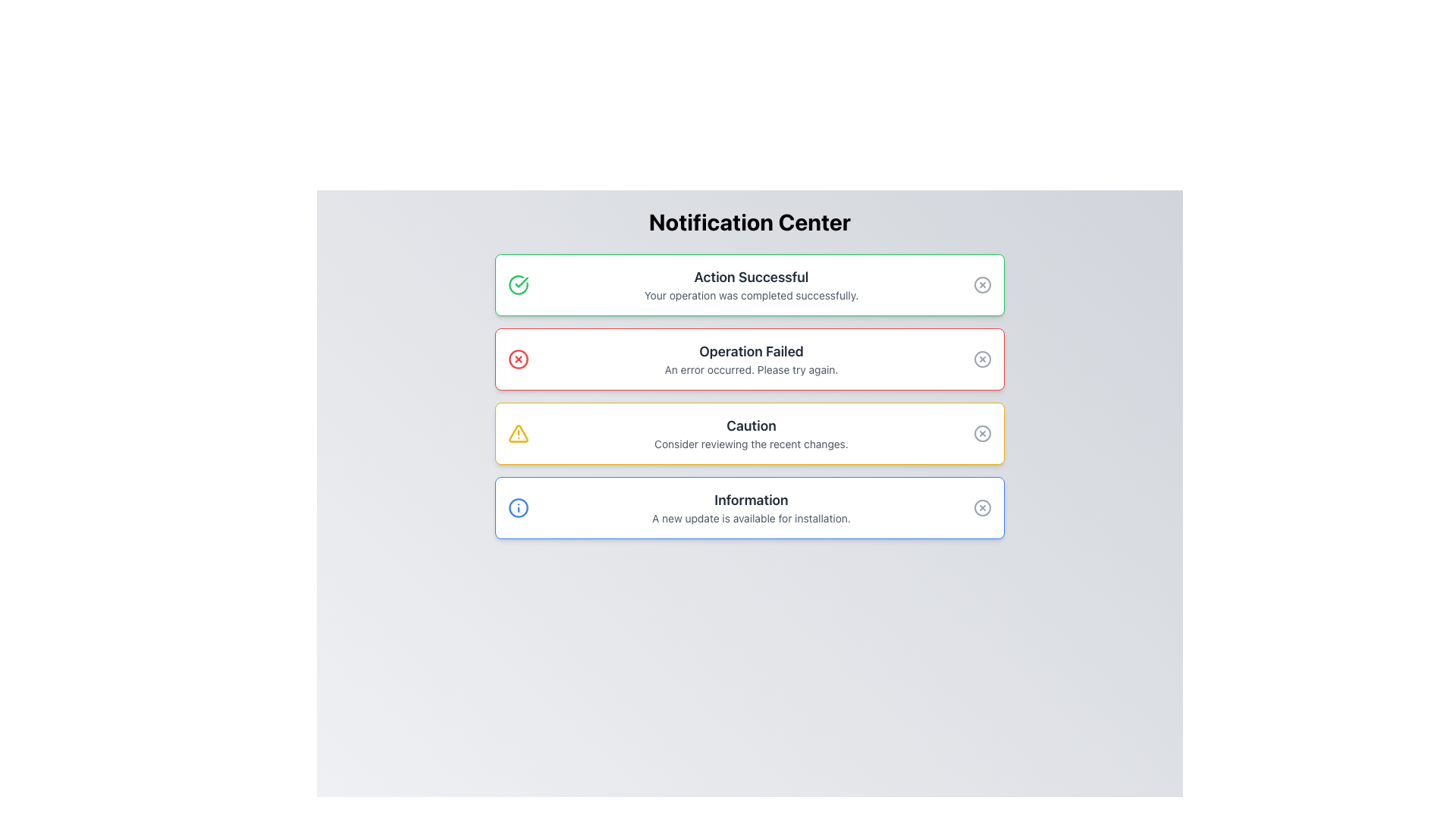 This screenshot has width=1456, height=819. Describe the element at coordinates (519, 508) in the screenshot. I see `the informational icon located at the top-left corner of the 'Information' message box in the fourth row of the 'Notification Center' list` at that location.